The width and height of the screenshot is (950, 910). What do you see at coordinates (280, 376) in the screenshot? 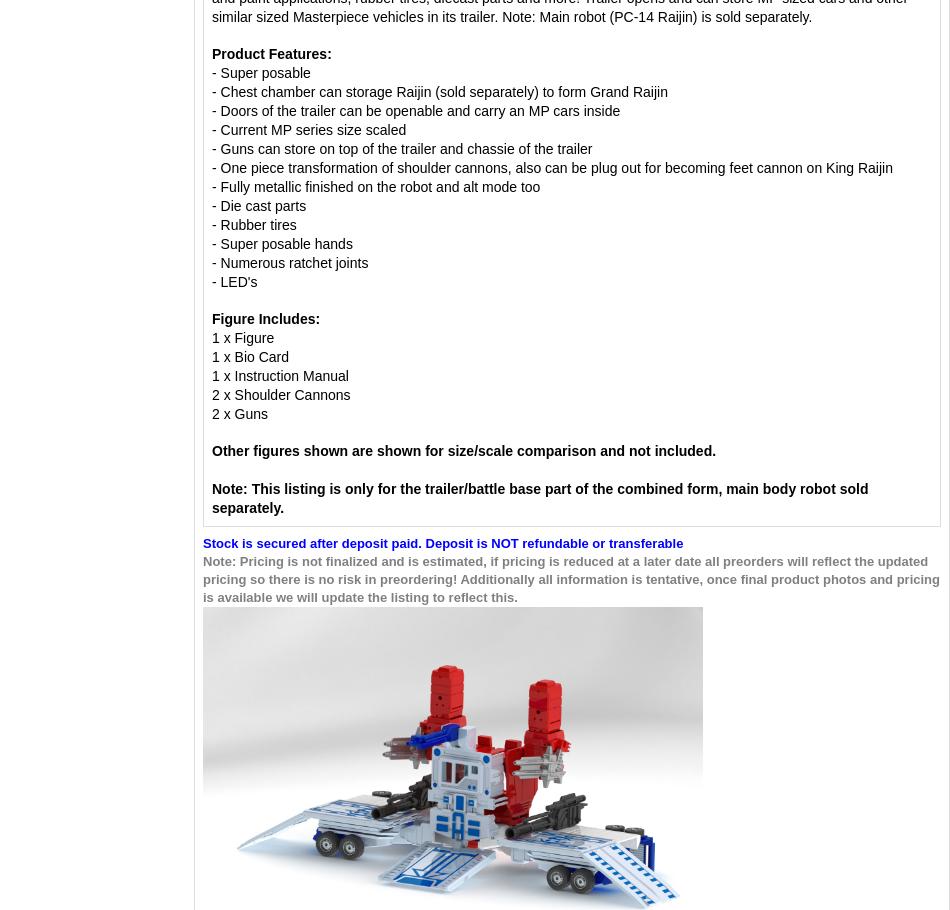
I see `'1 x Instruction Manual'` at bounding box center [280, 376].